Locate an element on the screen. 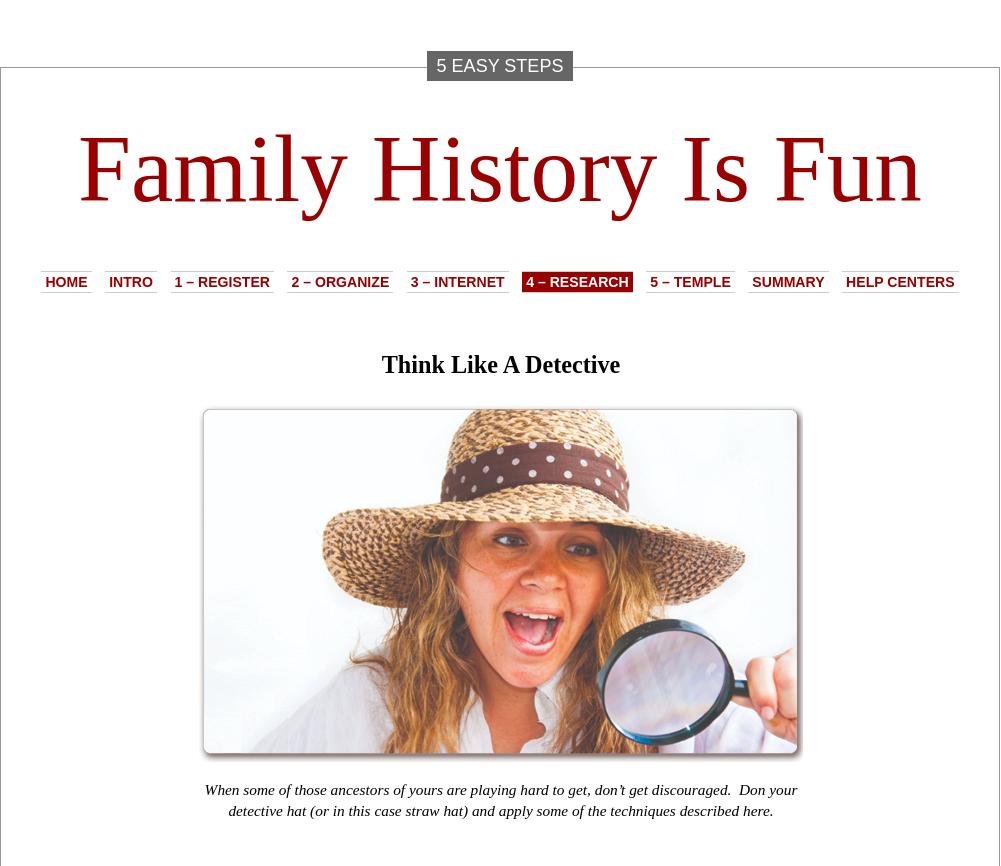 This screenshot has width=1001, height=866. 'When some of those ancestors of yours are playing hard to get, don’t get discouraged.  Don your detective hat (or in this case straw hat) and apply some of the techniques described here' is located at coordinates (500, 797).